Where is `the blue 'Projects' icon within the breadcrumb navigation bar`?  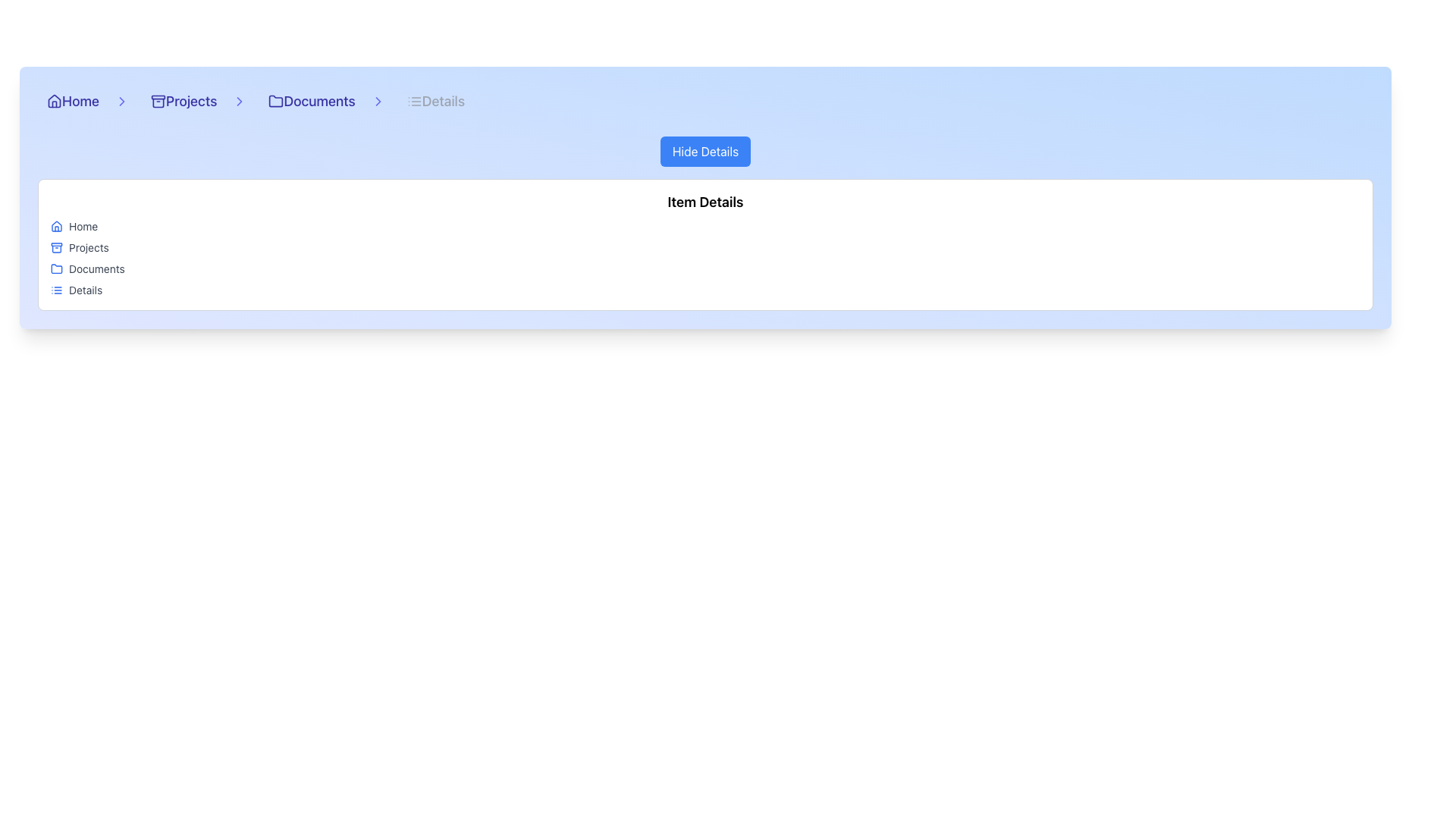
the blue 'Projects' icon within the breadcrumb navigation bar is located at coordinates (57, 247).